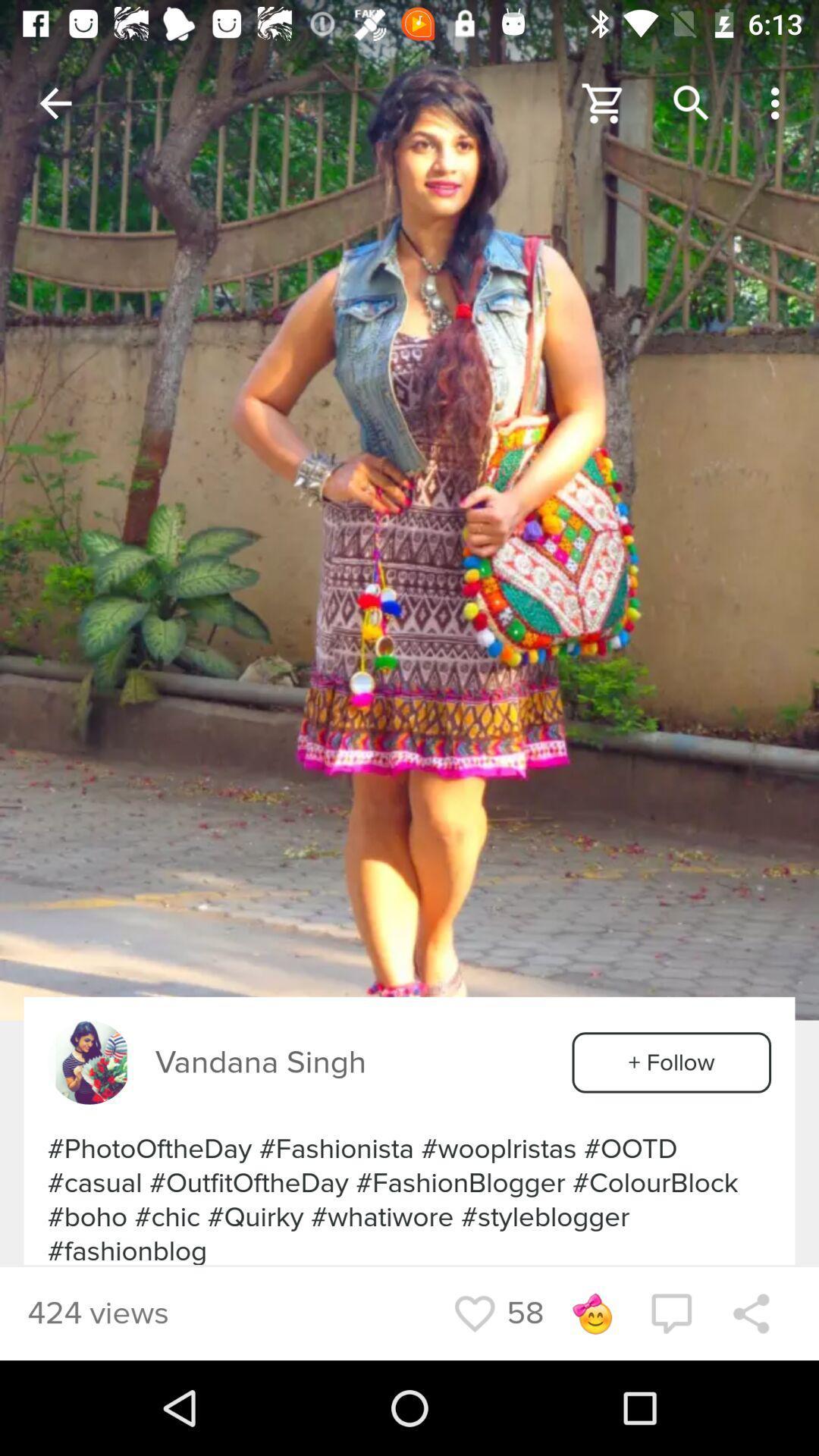  What do you see at coordinates (670, 1313) in the screenshot?
I see `the chat icon` at bounding box center [670, 1313].